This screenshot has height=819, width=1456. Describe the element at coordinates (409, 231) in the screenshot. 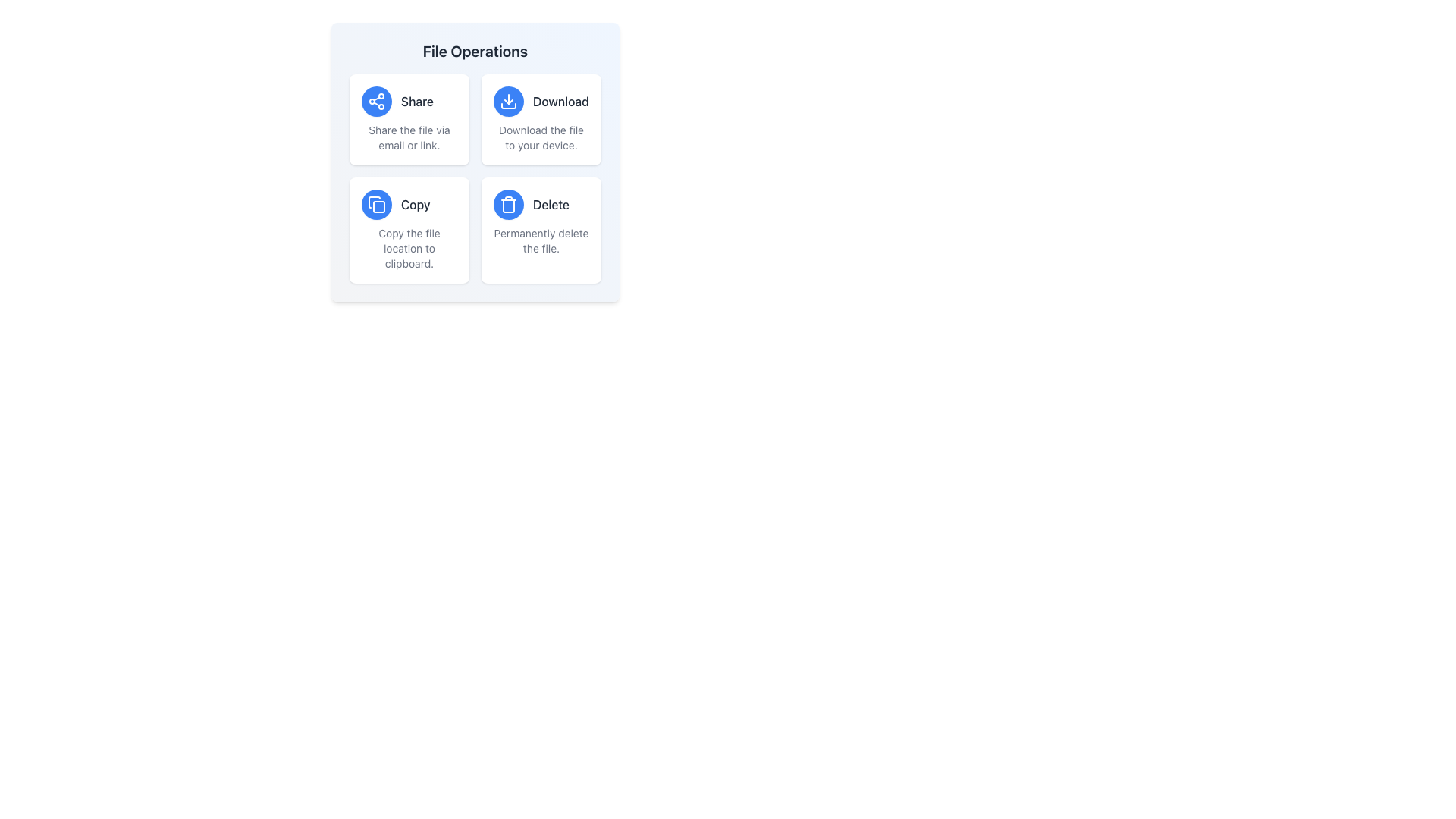

I see `the button-like card in the bottom-left quadrant of the 'File Operations' section to copy the file location to the clipboard` at that location.